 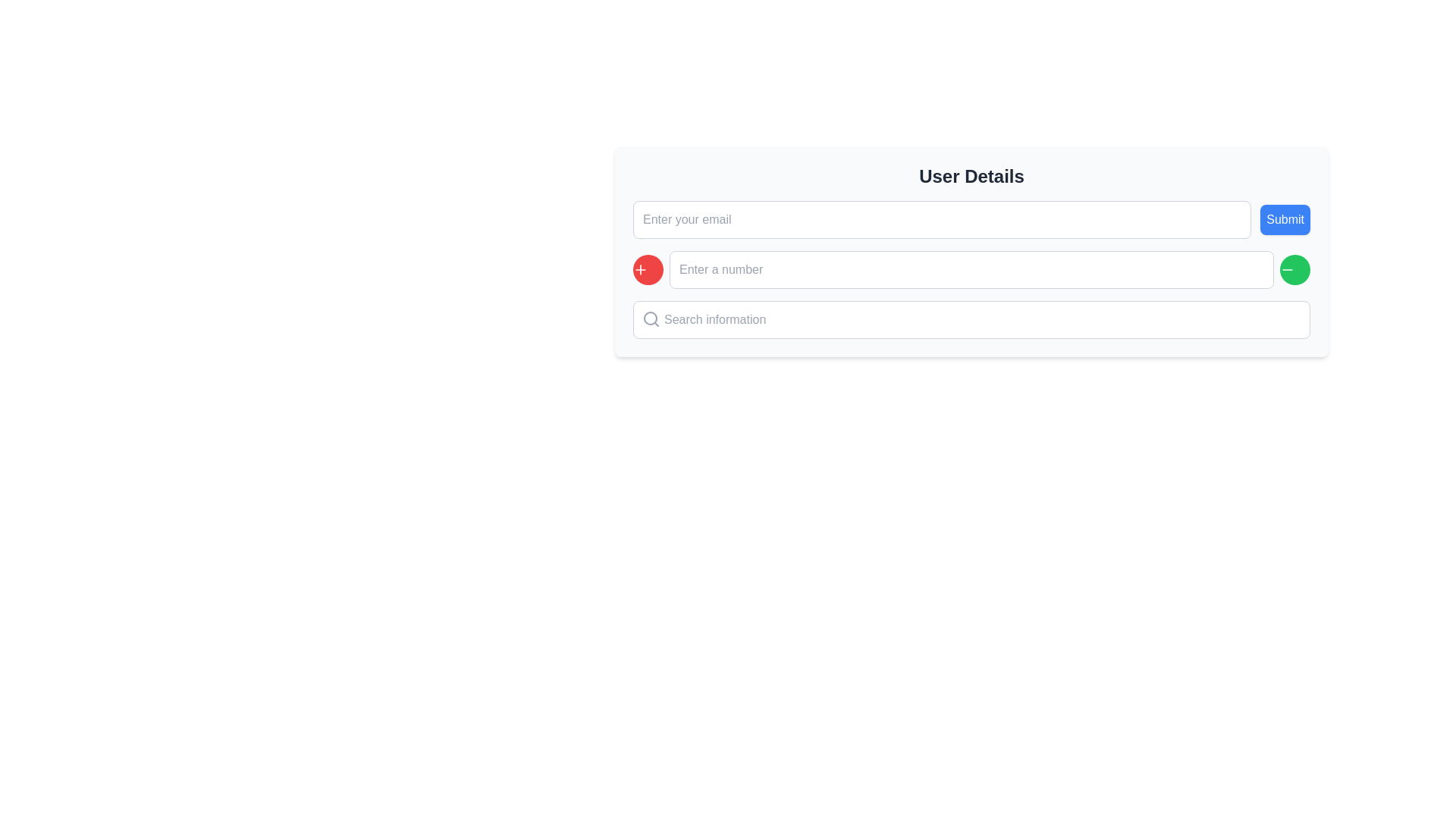 What do you see at coordinates (640, 268) in the screenshot?
I see `the plus icon within the red circular button located to the left of the 'Enter a number' text input field` at bounding box center [640, 268].